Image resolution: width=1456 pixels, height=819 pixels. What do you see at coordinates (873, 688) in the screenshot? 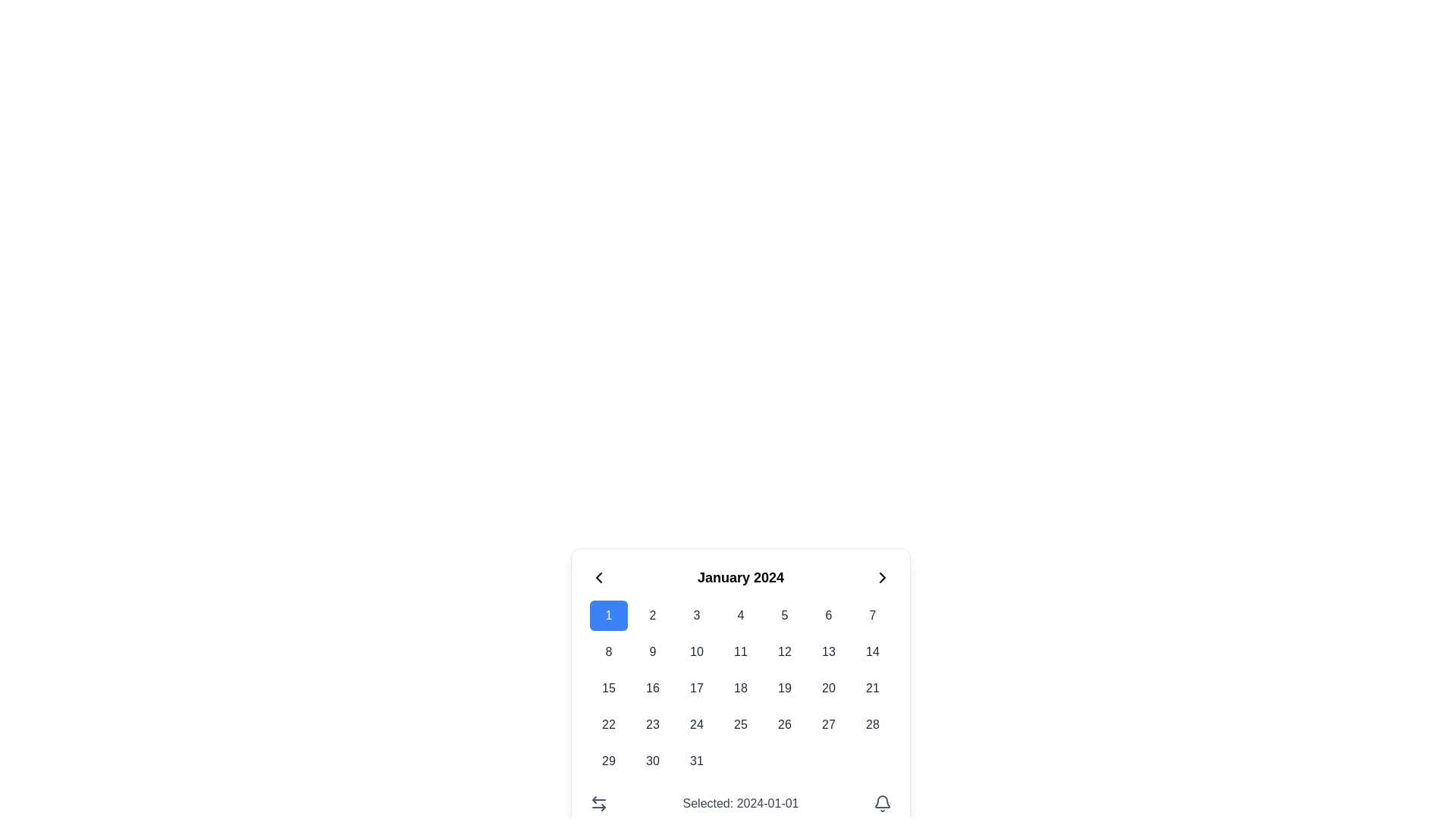
I see `the clickable calendar date cell representing the 21st` at bounding box center [873, 688].